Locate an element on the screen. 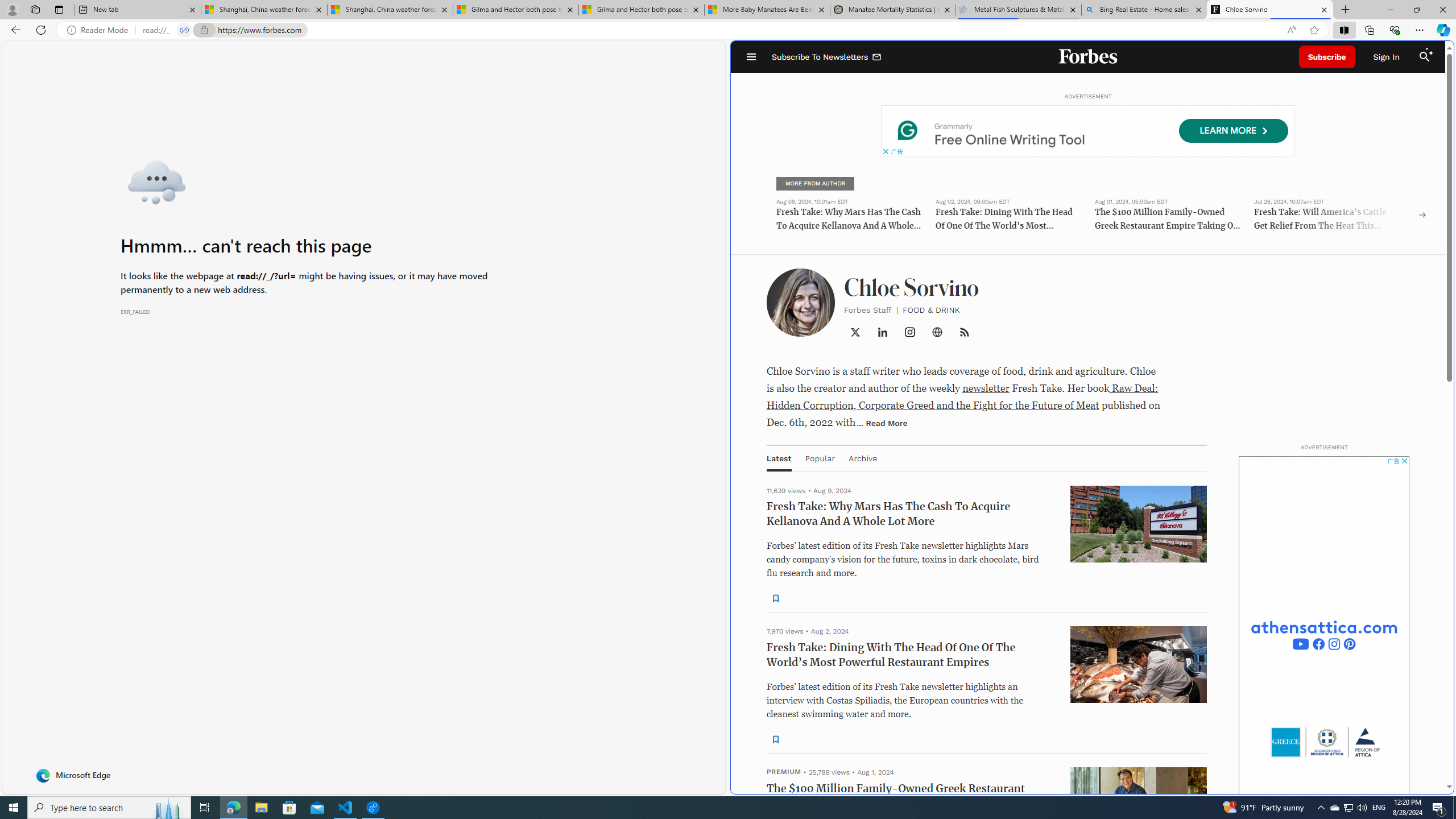  'Manatee Mortality Statistics | FWC' is located at coordinates (892, 9).